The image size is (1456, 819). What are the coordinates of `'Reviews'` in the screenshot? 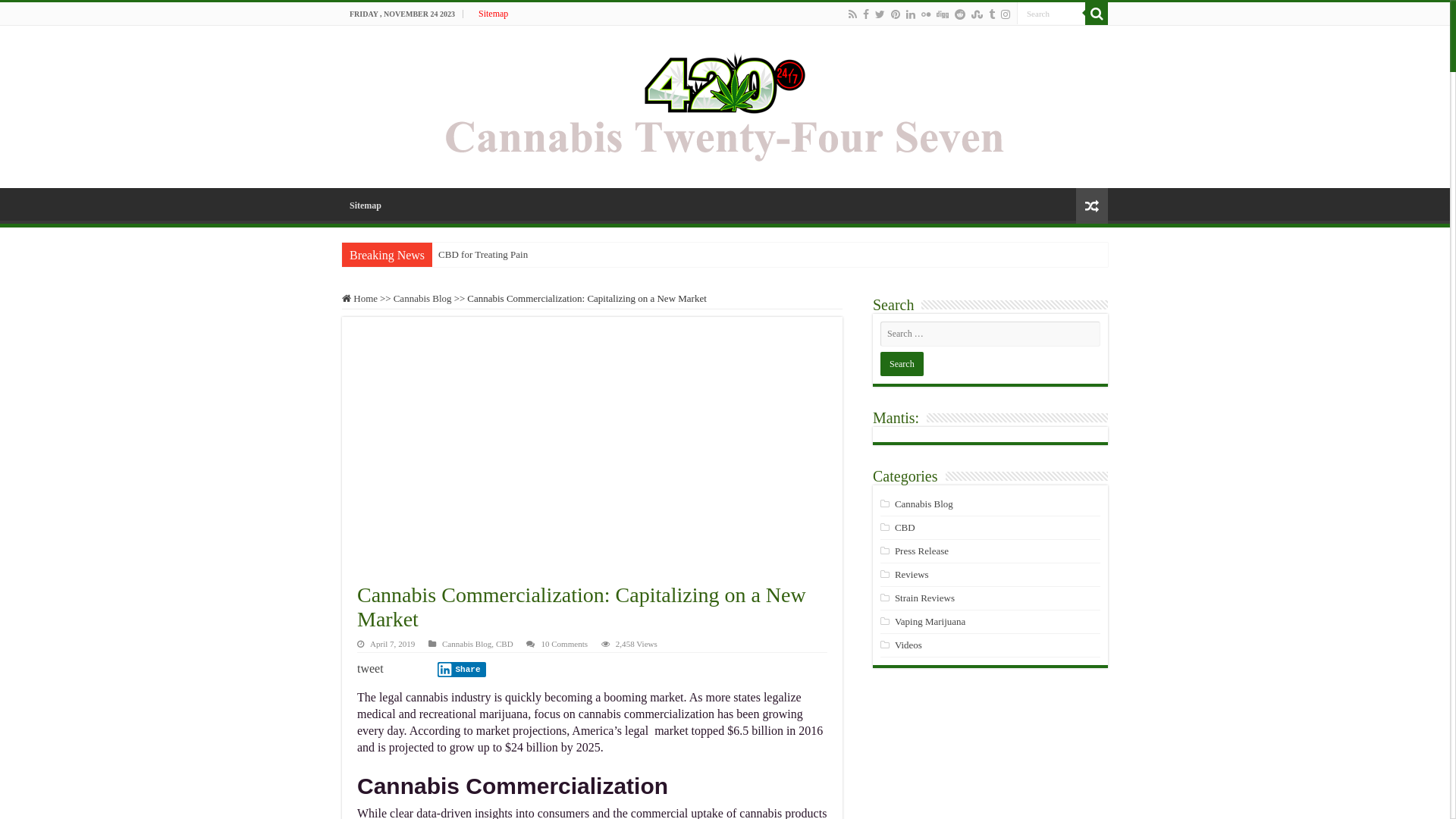 It's located at (895, 574).